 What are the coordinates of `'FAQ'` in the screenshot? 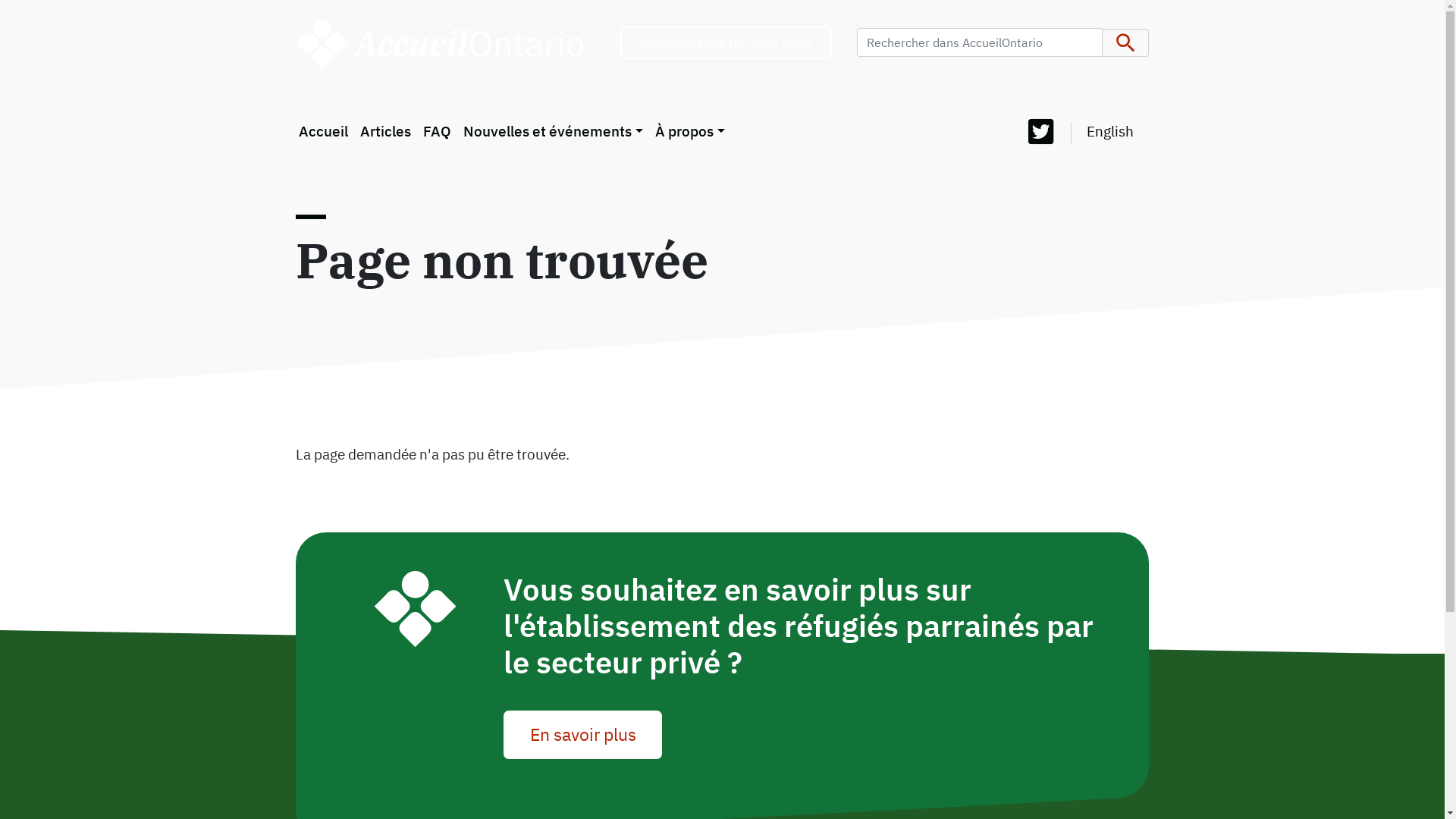 It's located at (436, 130).